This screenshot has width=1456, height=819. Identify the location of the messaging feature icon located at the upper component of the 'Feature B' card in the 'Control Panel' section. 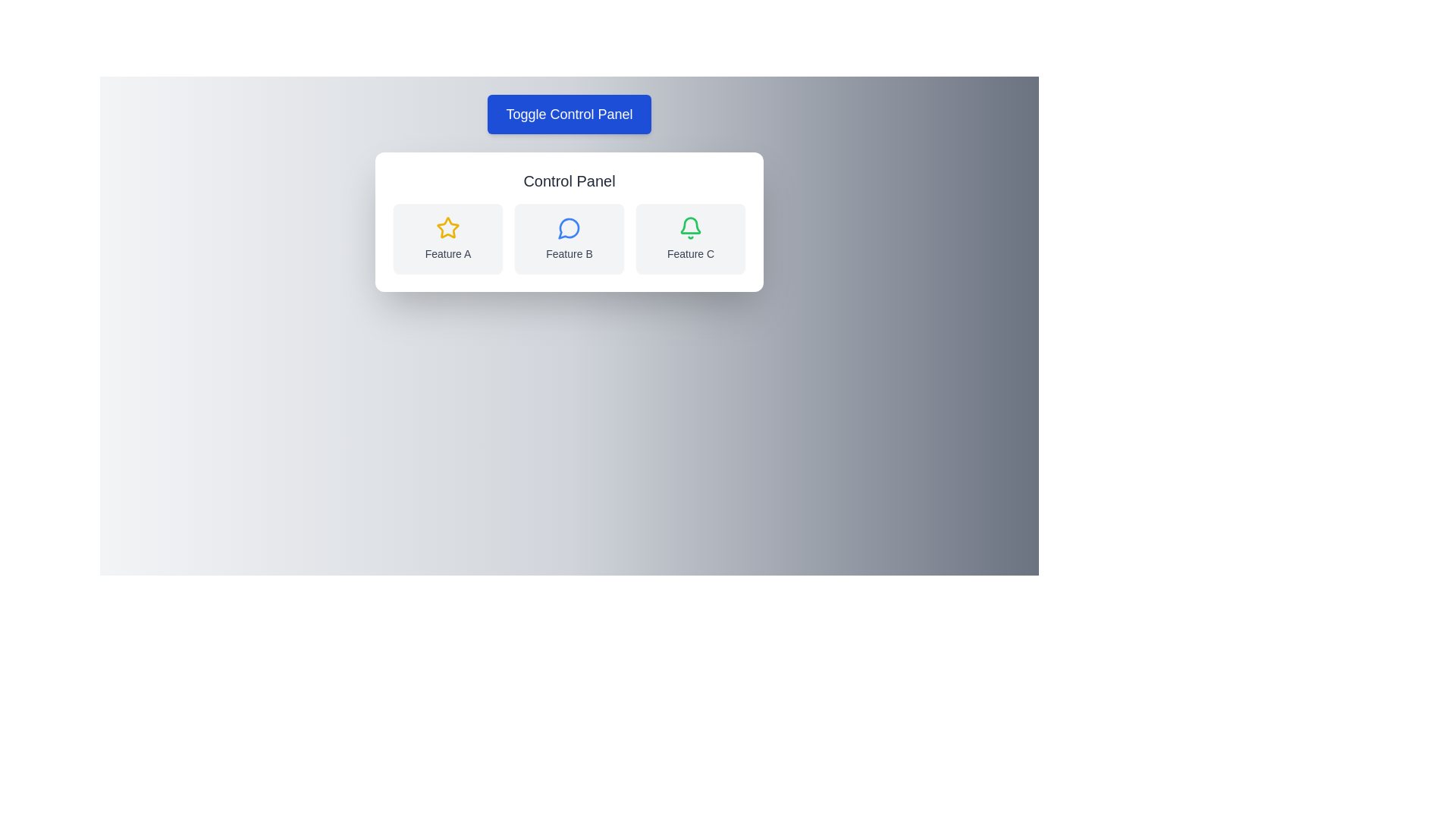
(568, 227).